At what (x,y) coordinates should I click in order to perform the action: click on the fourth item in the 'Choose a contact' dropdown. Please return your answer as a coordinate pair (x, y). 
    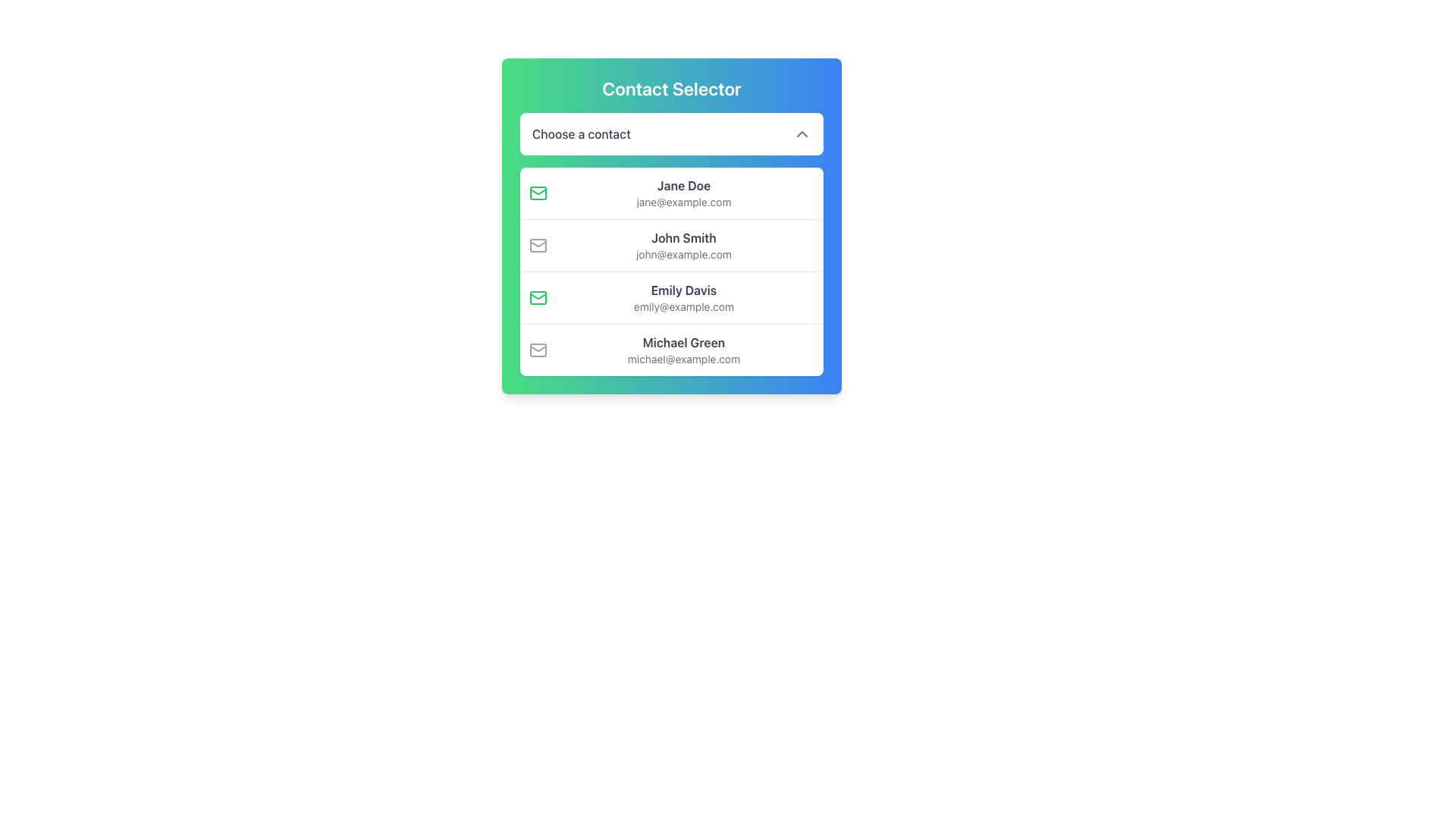
    Looking at the image, I should click on (683, 350).